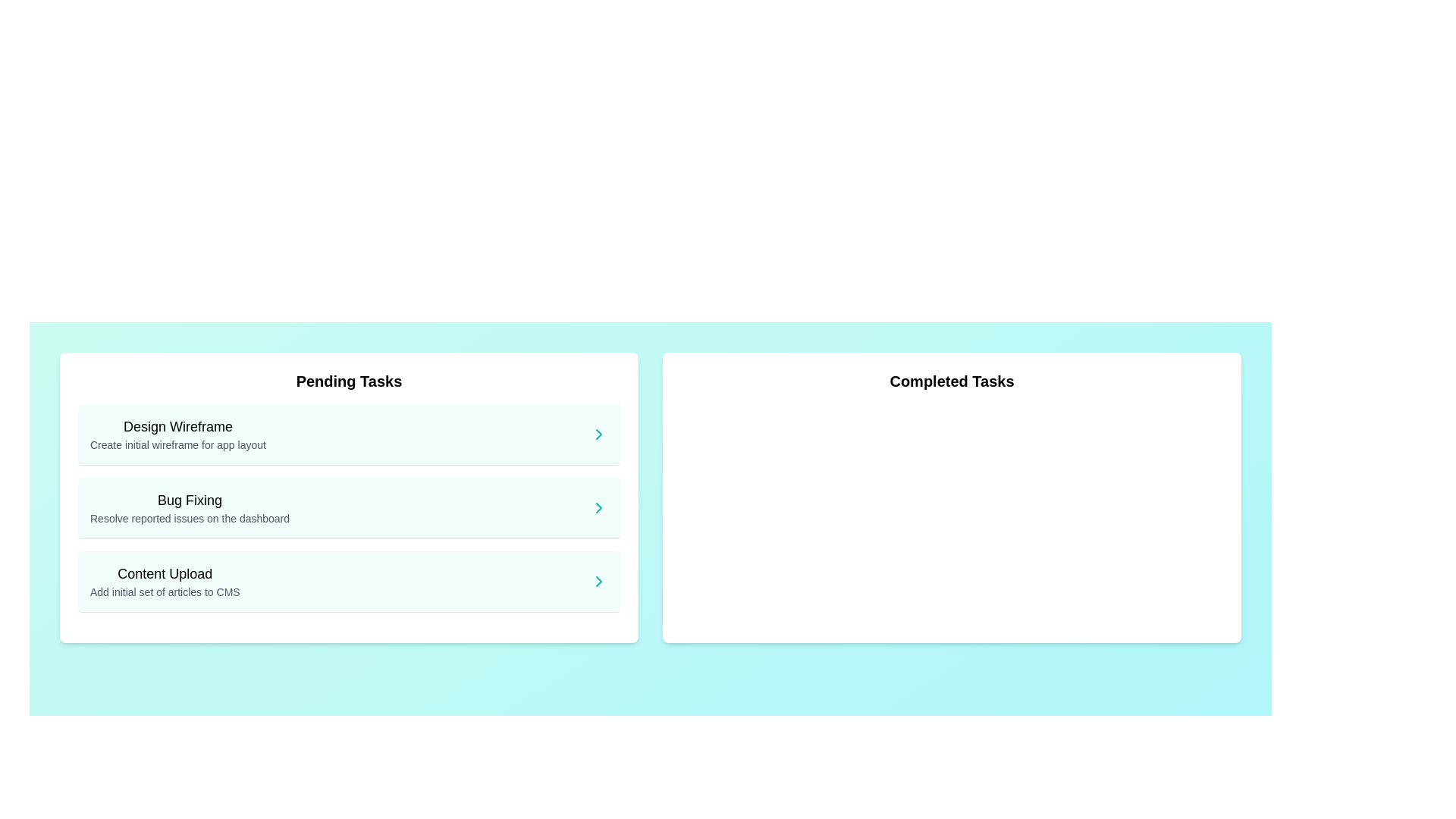  I want to click on the teal-colored right-pointing chevron icon located in the bottom-right corner of the 'Content Upload' card in the 'Pending Tasks' list, so click(598, 581).